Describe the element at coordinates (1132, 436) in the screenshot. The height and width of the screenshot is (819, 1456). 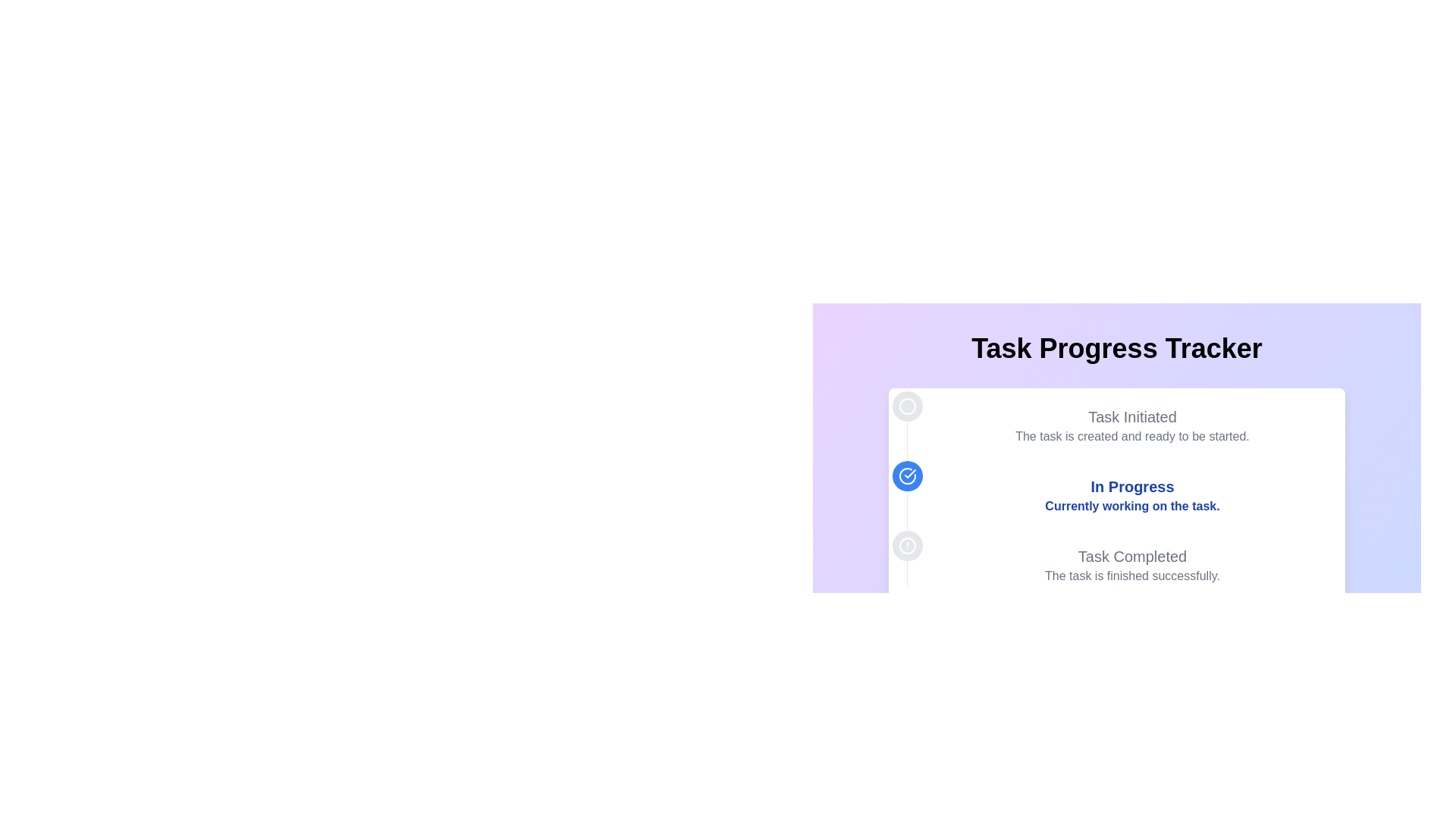
I see `the text snippet that reads 'The task is created and ready to be started.', which is located beneath the 'Task Initiated' text and is centered within the section` at that location.